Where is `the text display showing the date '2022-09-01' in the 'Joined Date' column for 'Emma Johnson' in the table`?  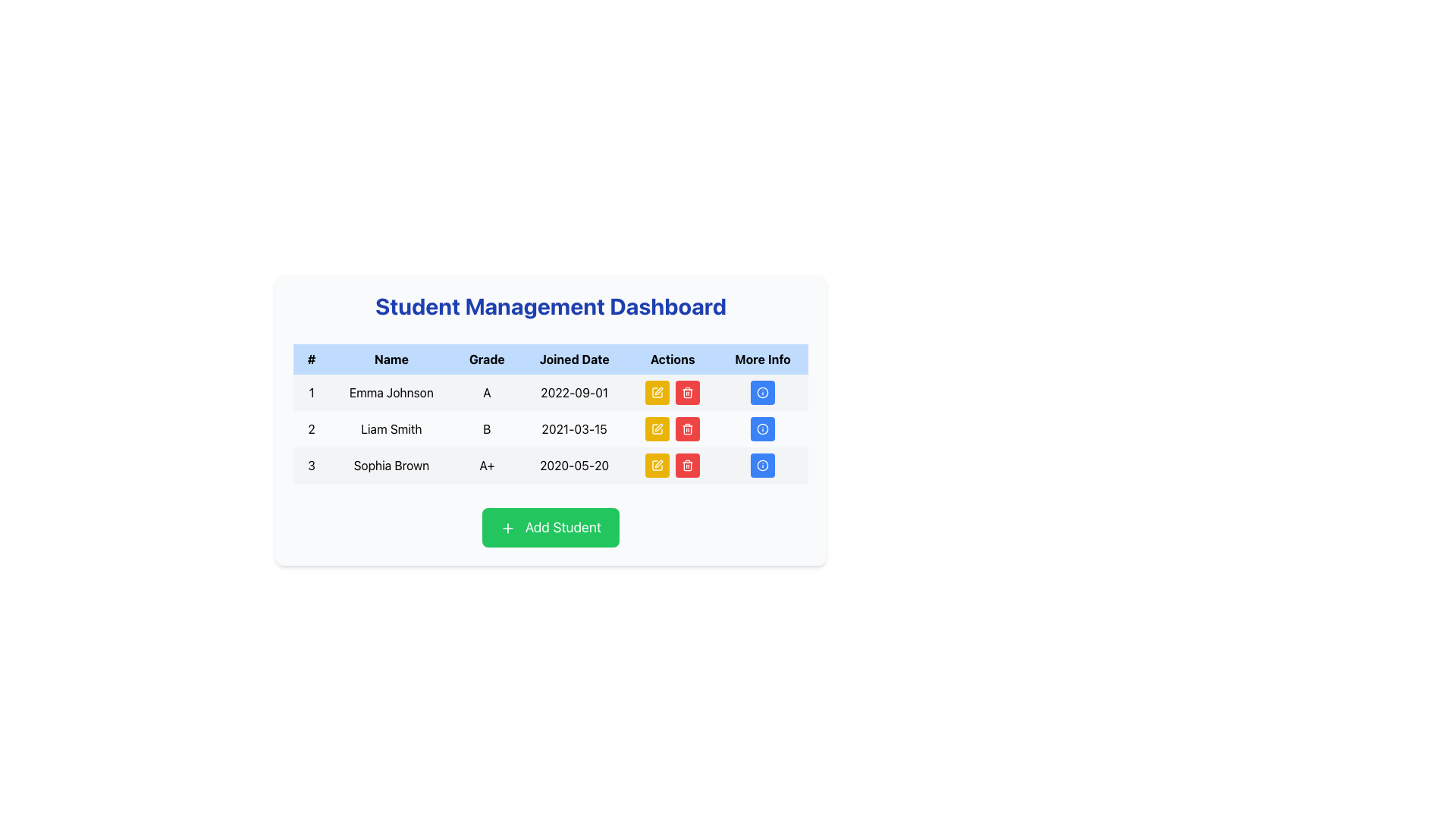
the text display showing the date '2022-09-01' in the 'Joined Date' column for 'Emma Johnson' in the table is located at coordinates (573, 391).